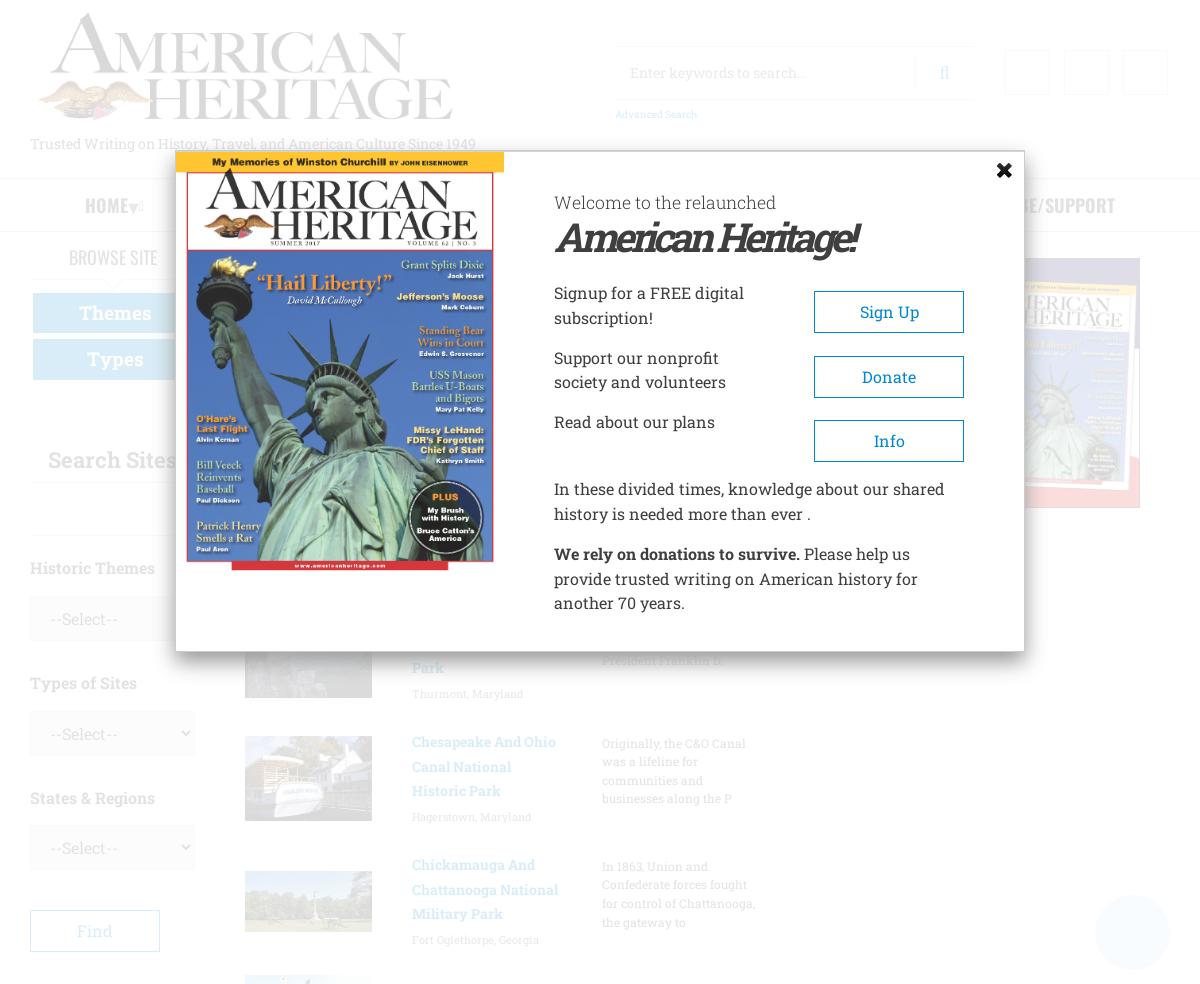 The width and height of the screenshot is (1200, 984). What do you see at coordinates (656, 113) in the screenshot?
I see `'Advanced Search'` at bounding box center [656, 113].